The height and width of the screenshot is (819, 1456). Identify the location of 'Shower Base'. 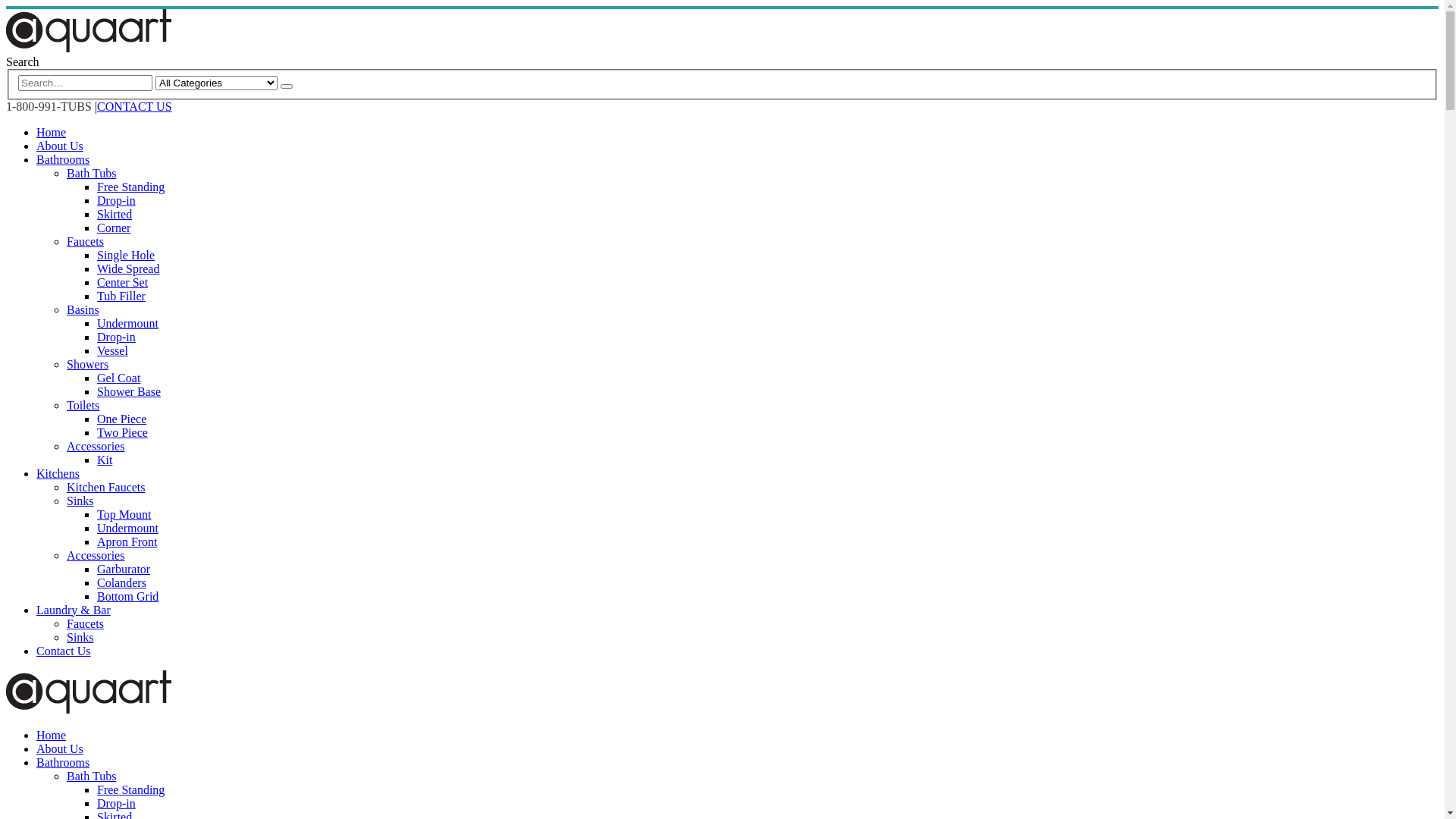
(128, 391).